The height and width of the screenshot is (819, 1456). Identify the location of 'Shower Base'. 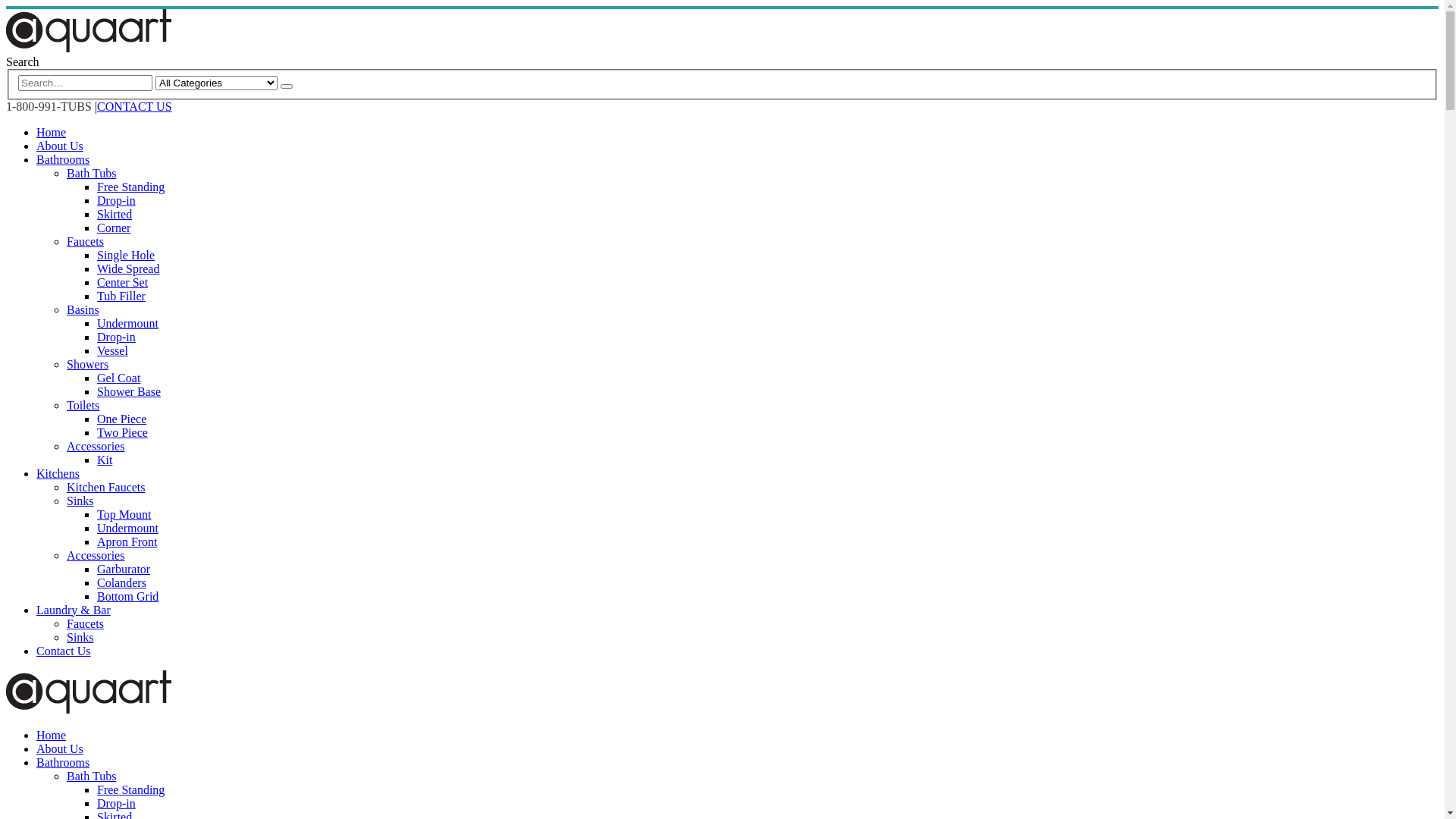
(128, 391).